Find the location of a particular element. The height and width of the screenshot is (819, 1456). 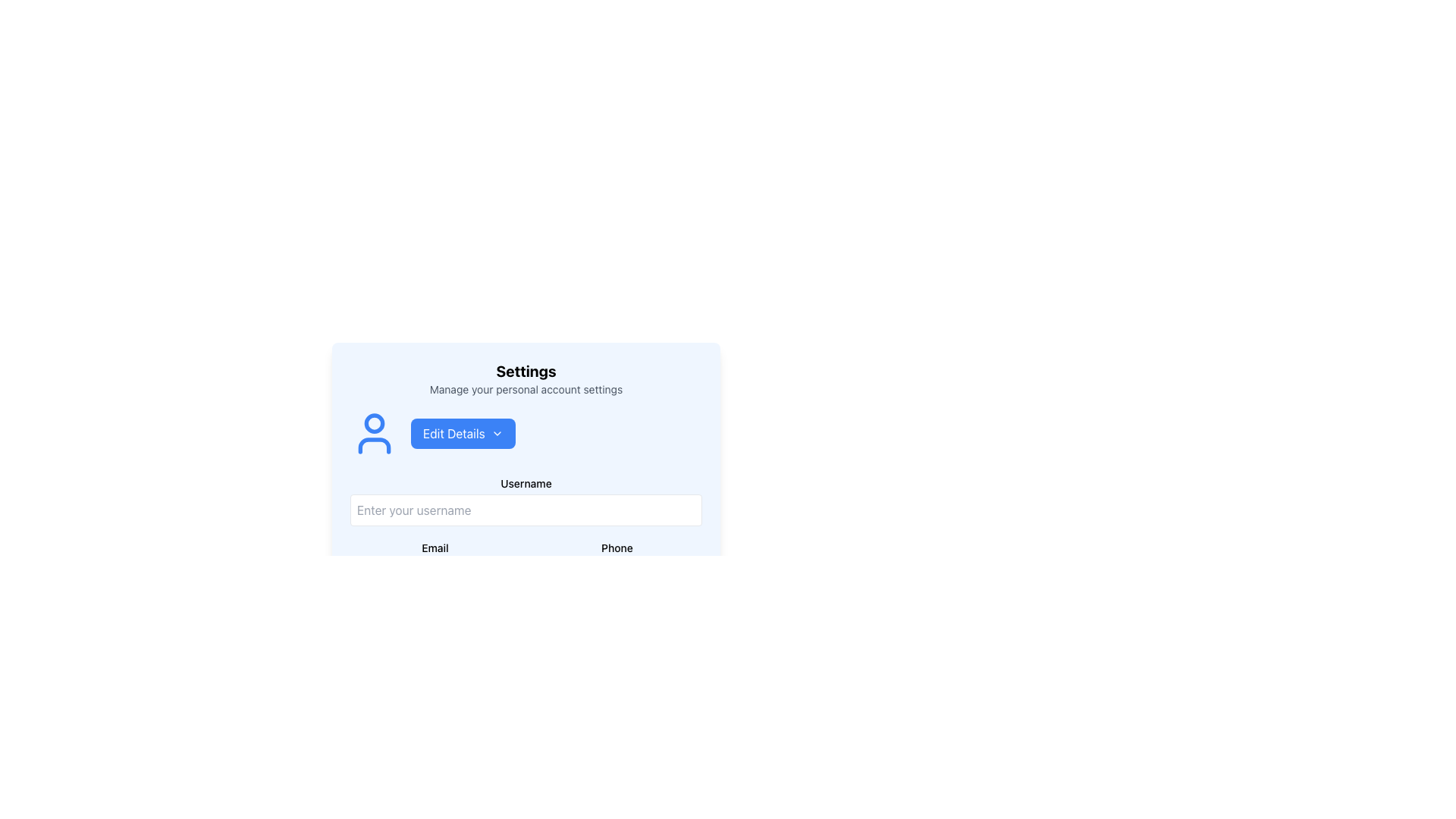

the label that indicates the email input field, which is positioned above the email entry field and below the username input field is located at coordinates (435, 548).